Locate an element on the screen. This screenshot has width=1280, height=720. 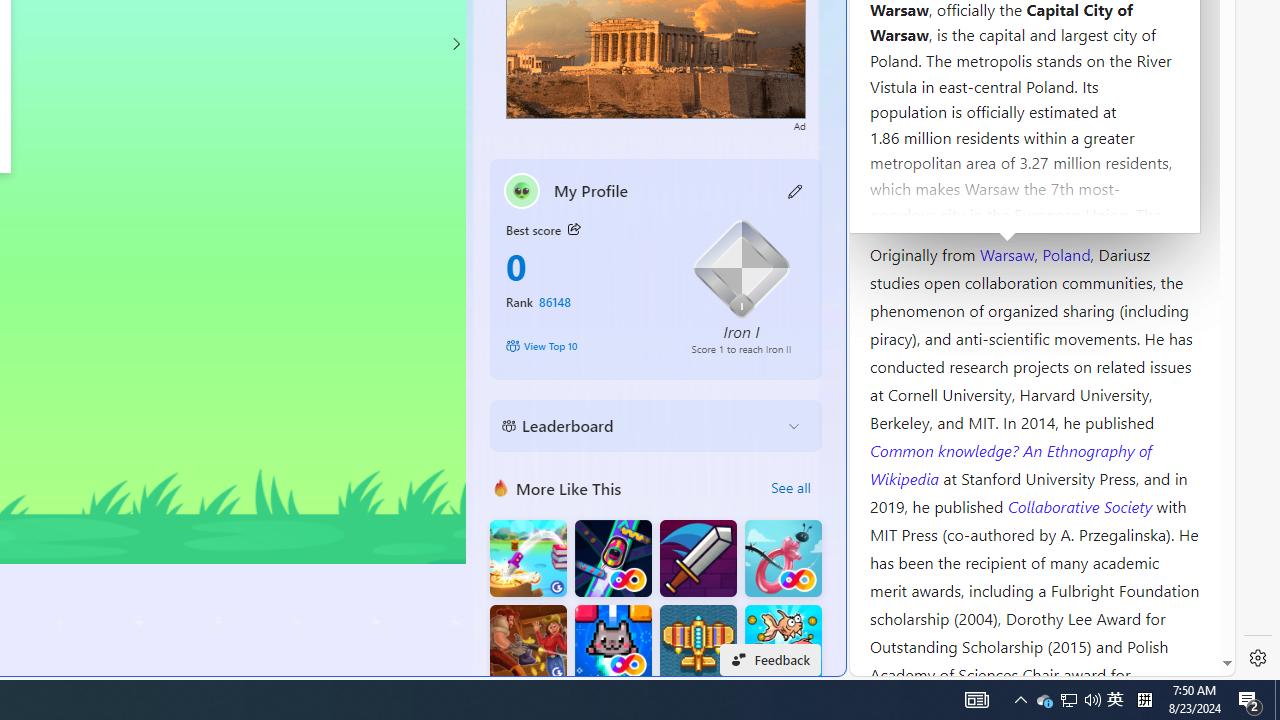
'Collaborative Society ' is located at coordinates (1081, 504).